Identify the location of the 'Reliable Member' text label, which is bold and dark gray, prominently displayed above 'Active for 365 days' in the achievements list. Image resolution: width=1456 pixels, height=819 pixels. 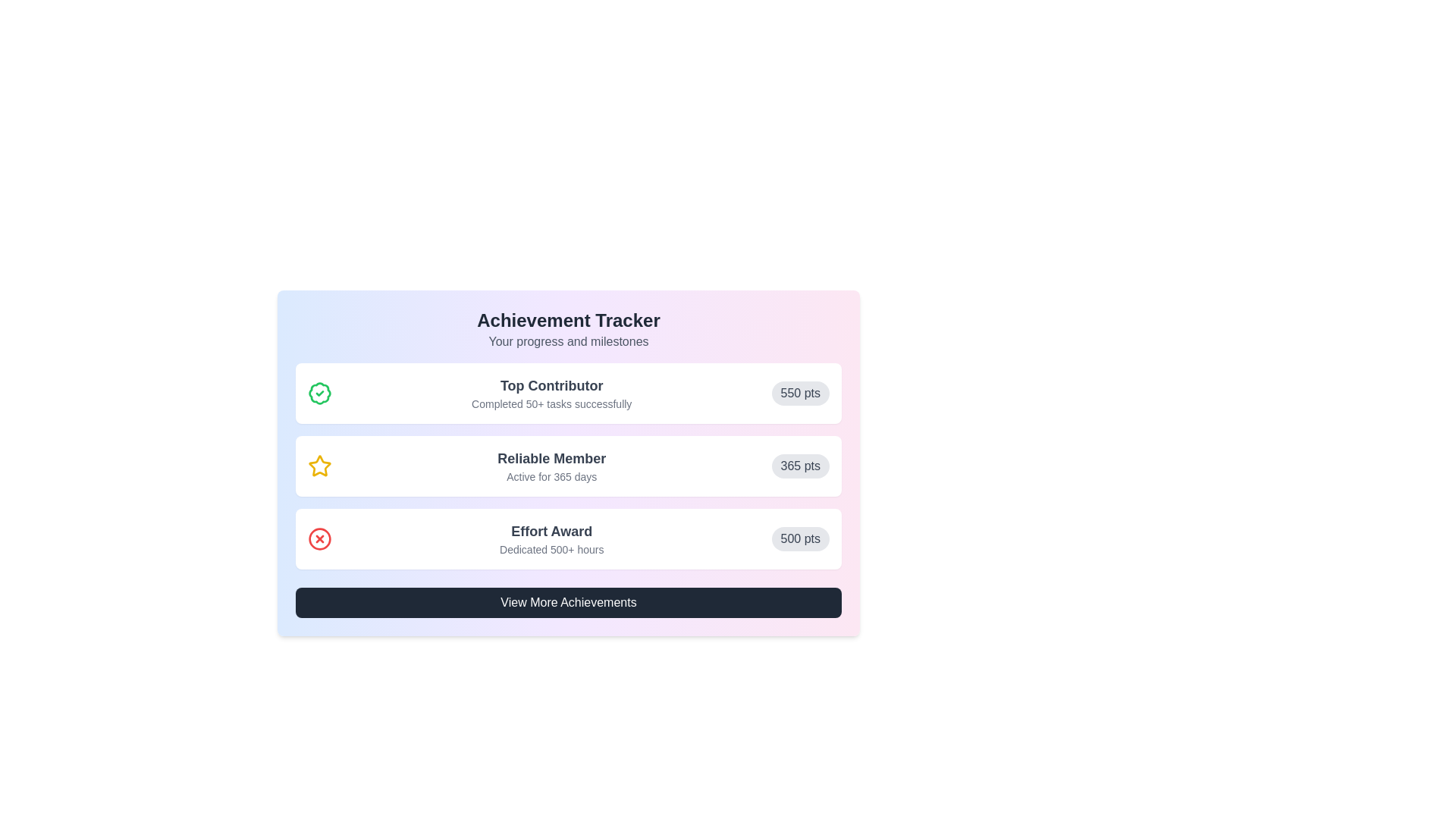
(551, 458).